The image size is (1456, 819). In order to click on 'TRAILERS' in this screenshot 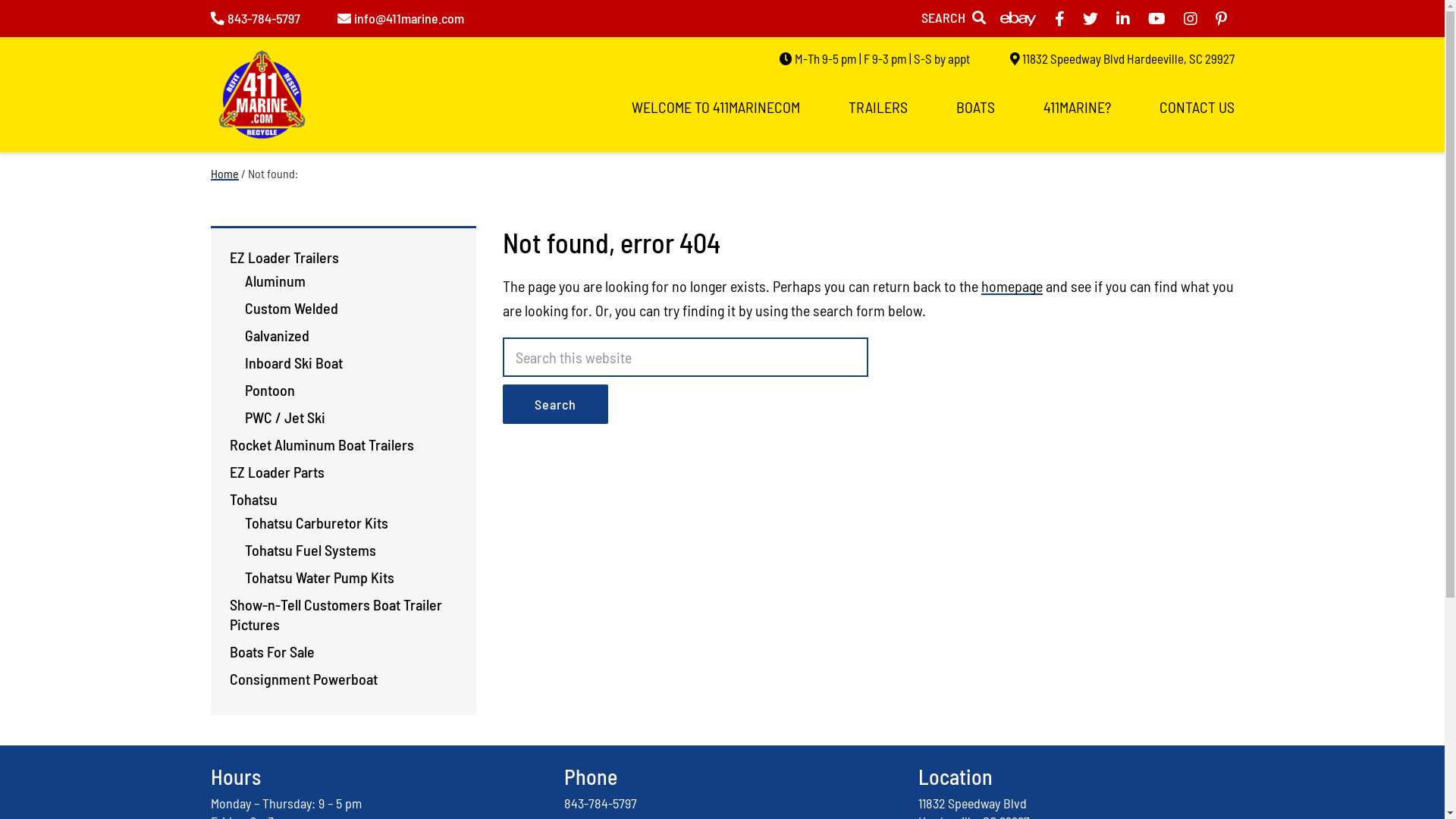, I will do `click(877, 106)`.